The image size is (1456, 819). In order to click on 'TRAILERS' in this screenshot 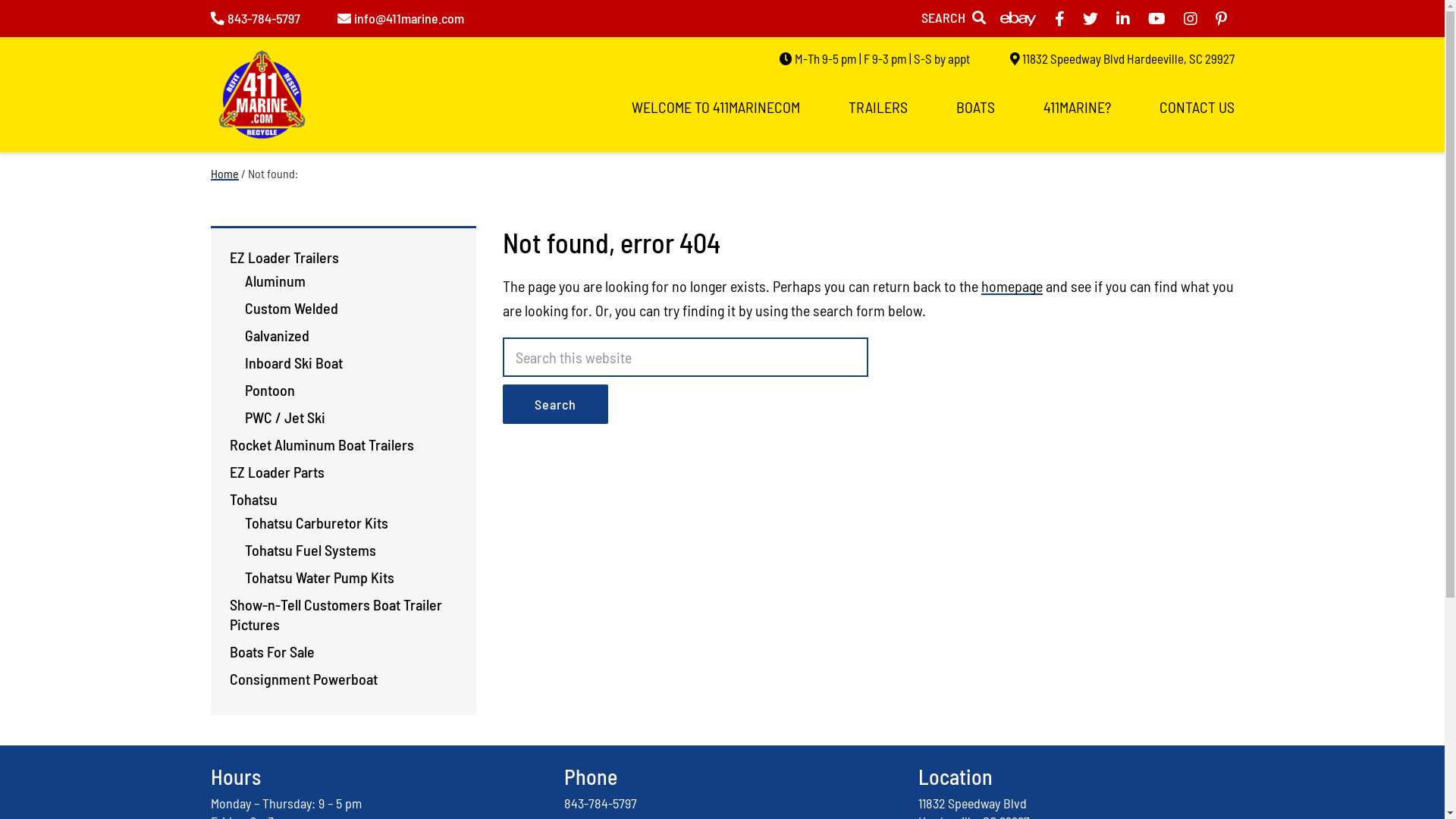, I will do `click(877, 106)`.